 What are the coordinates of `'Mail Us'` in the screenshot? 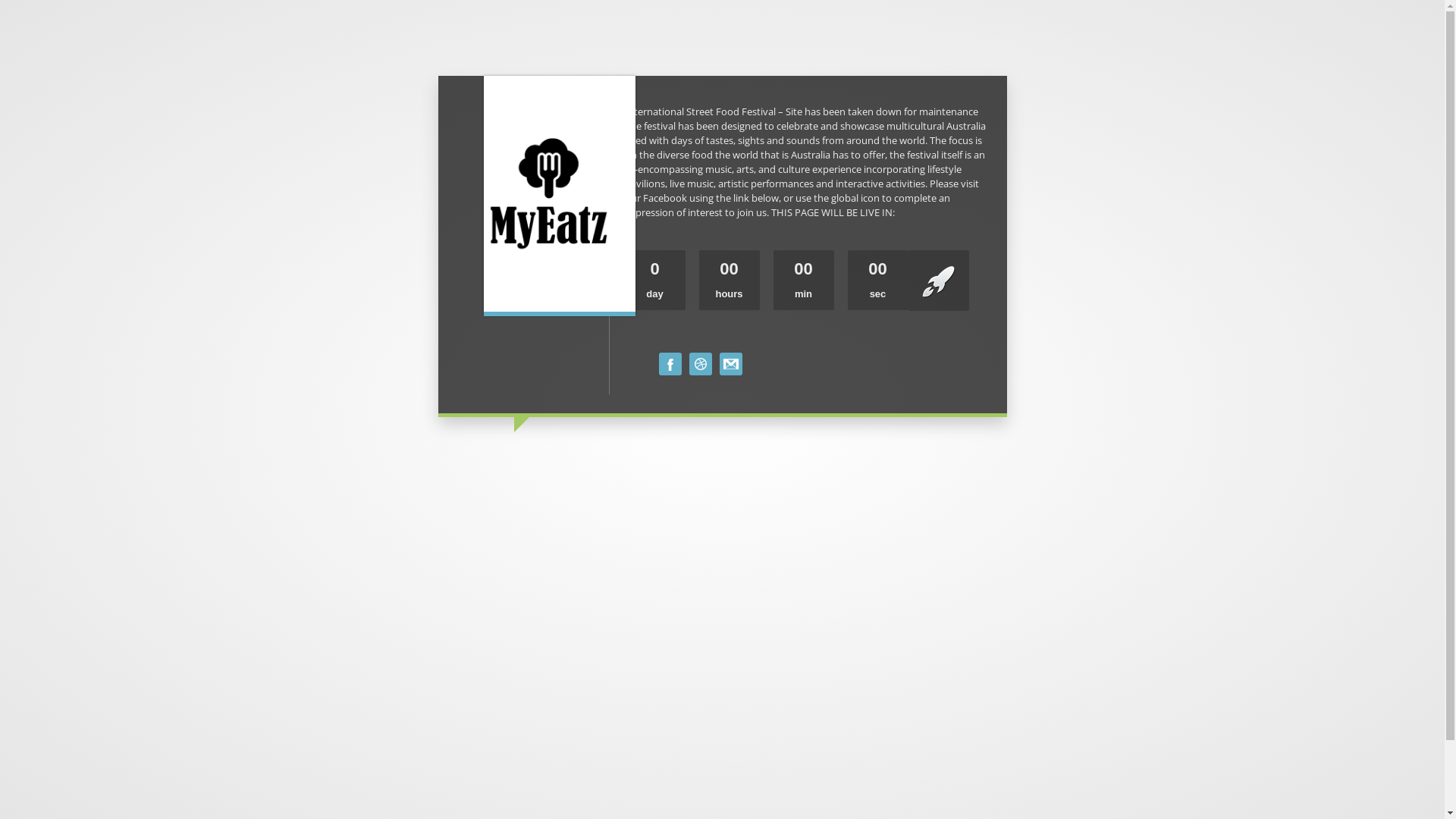 It's located at (730, 363).